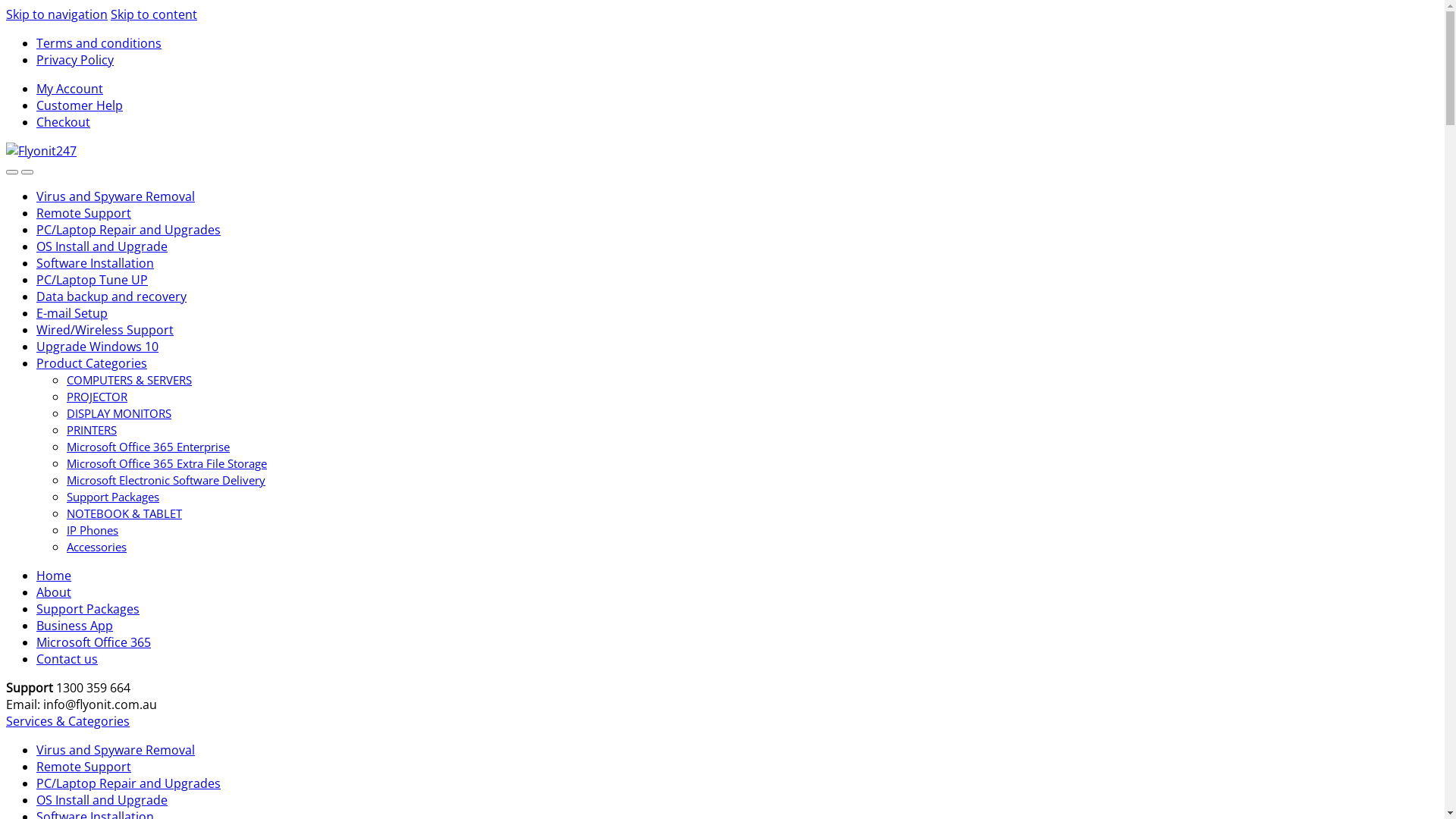 The height and width of the screenshot is (819, 1456). Describe the element at coordinates (148, 446) in the screenshot. I see `'Microsoft Office 365 Enterprise'` at that location.